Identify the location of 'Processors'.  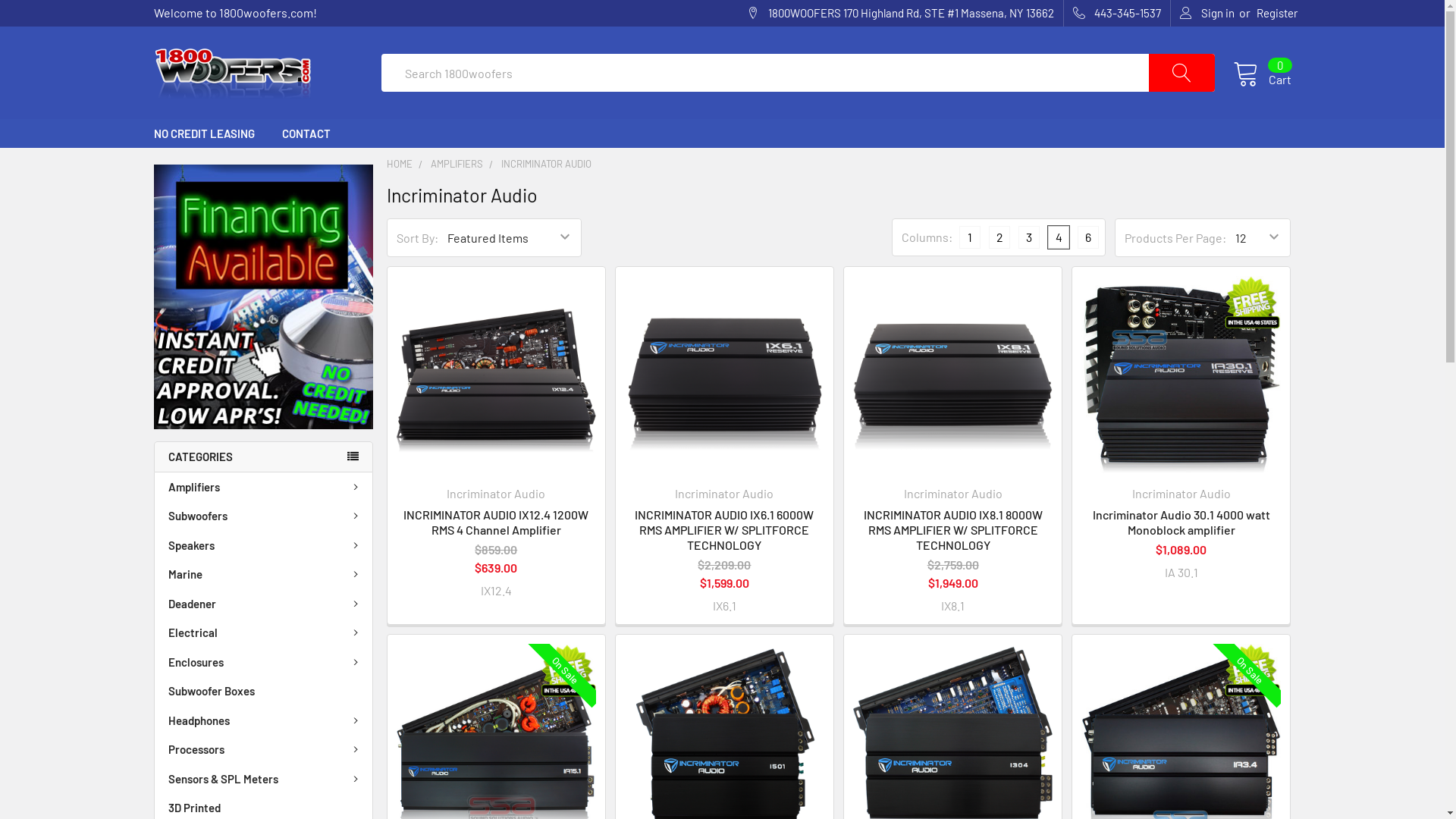
(263, 748).